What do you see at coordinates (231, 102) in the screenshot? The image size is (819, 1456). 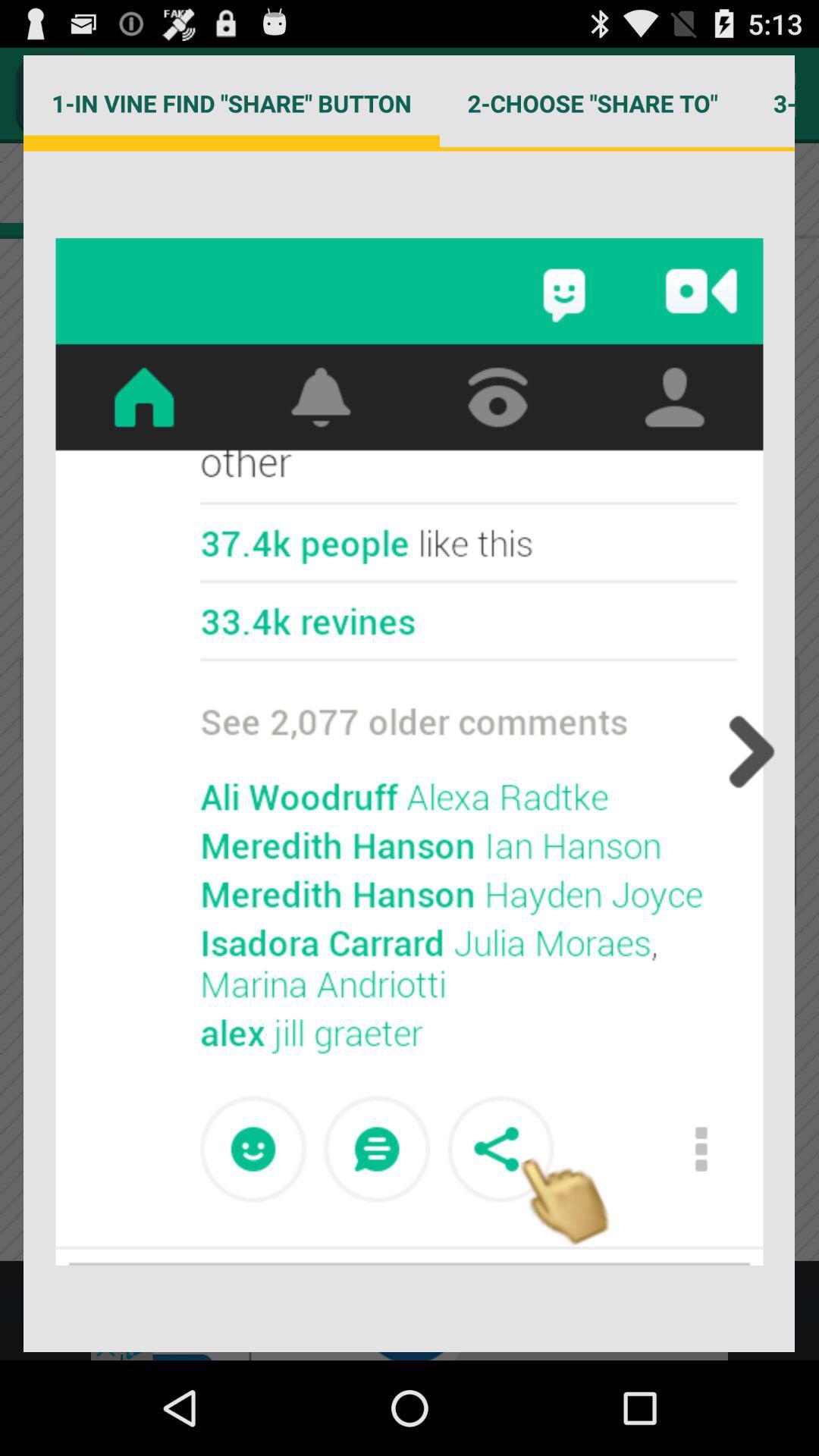 I see `1 in vine item` at bounding box center [231, 102].